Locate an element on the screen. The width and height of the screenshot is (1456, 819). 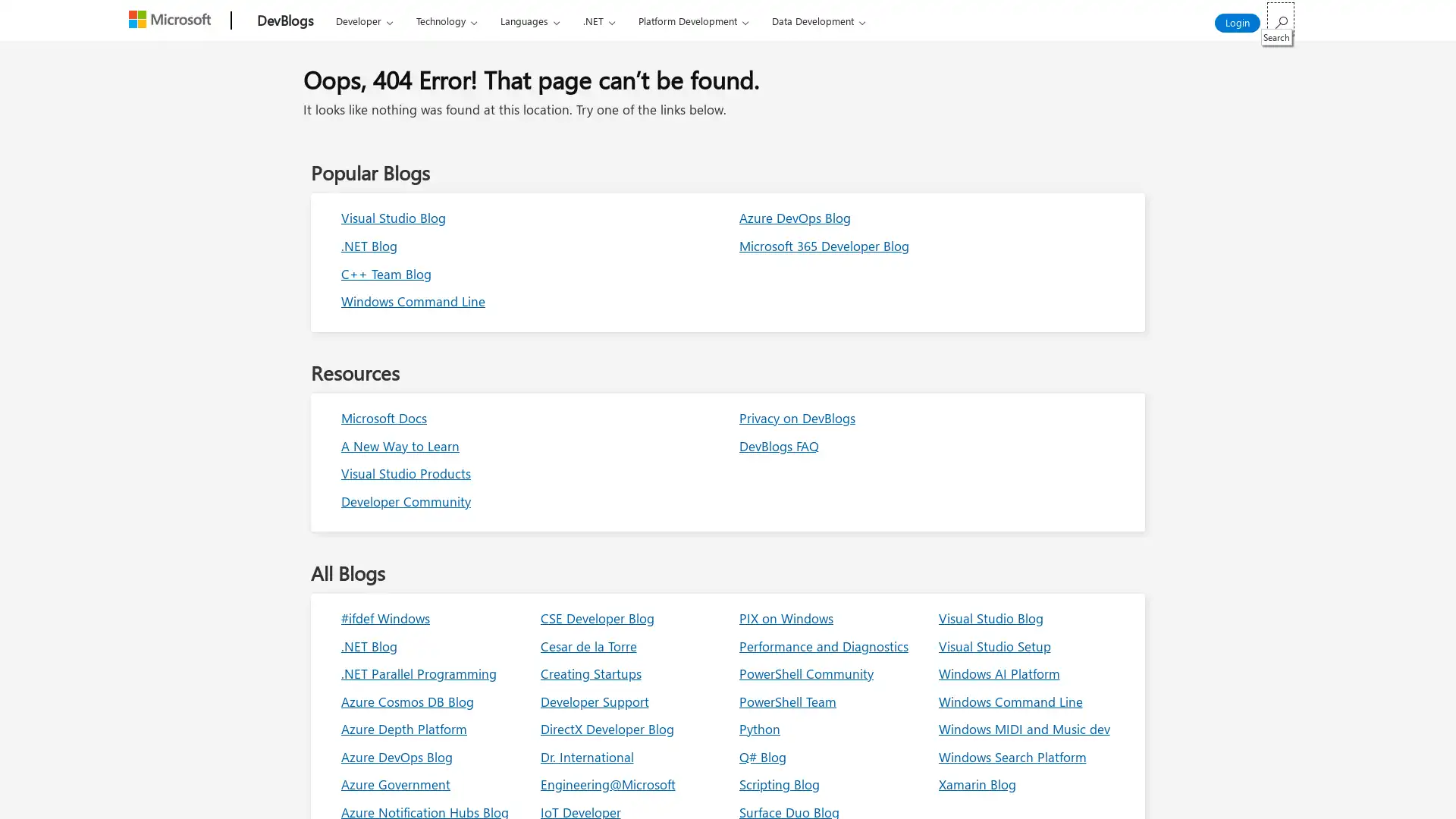
.NET is located at coordinates (598, 20).